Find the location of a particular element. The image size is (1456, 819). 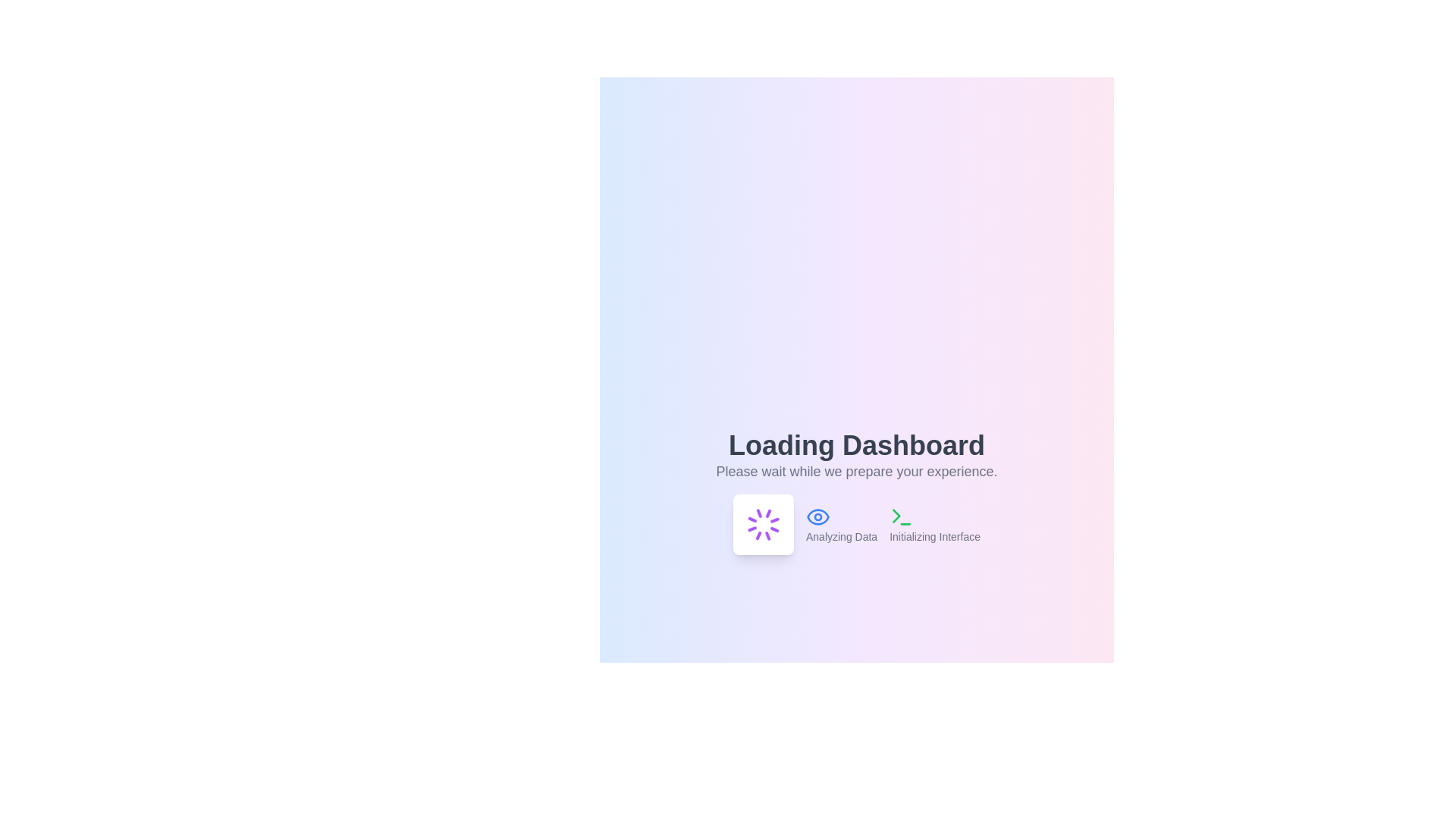

the text label reading 'Analyzing Data' is located at coordinates (841, 536).